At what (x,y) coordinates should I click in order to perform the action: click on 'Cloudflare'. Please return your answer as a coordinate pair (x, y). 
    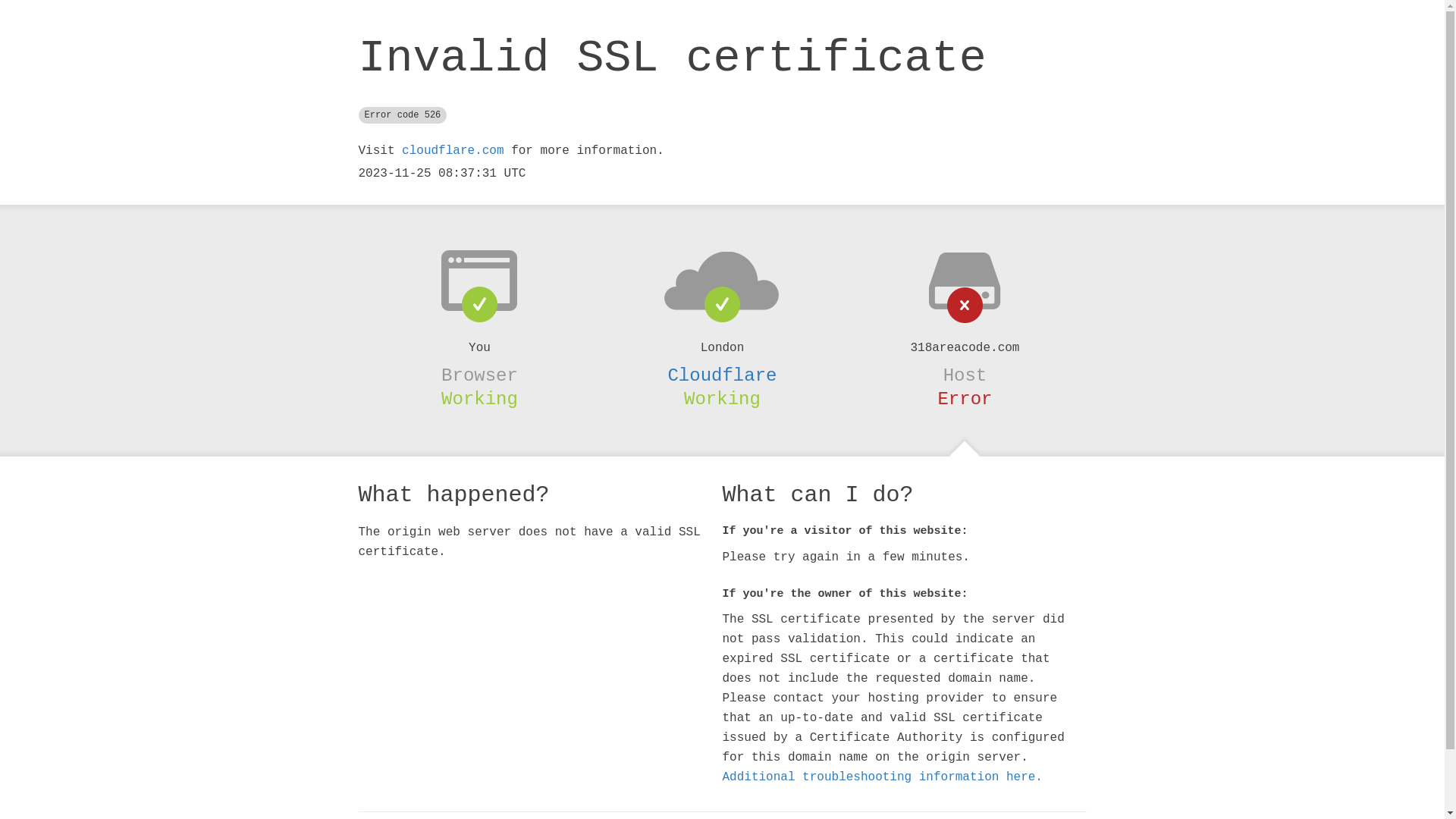
    Looking at the image, I should click on (720, 375).